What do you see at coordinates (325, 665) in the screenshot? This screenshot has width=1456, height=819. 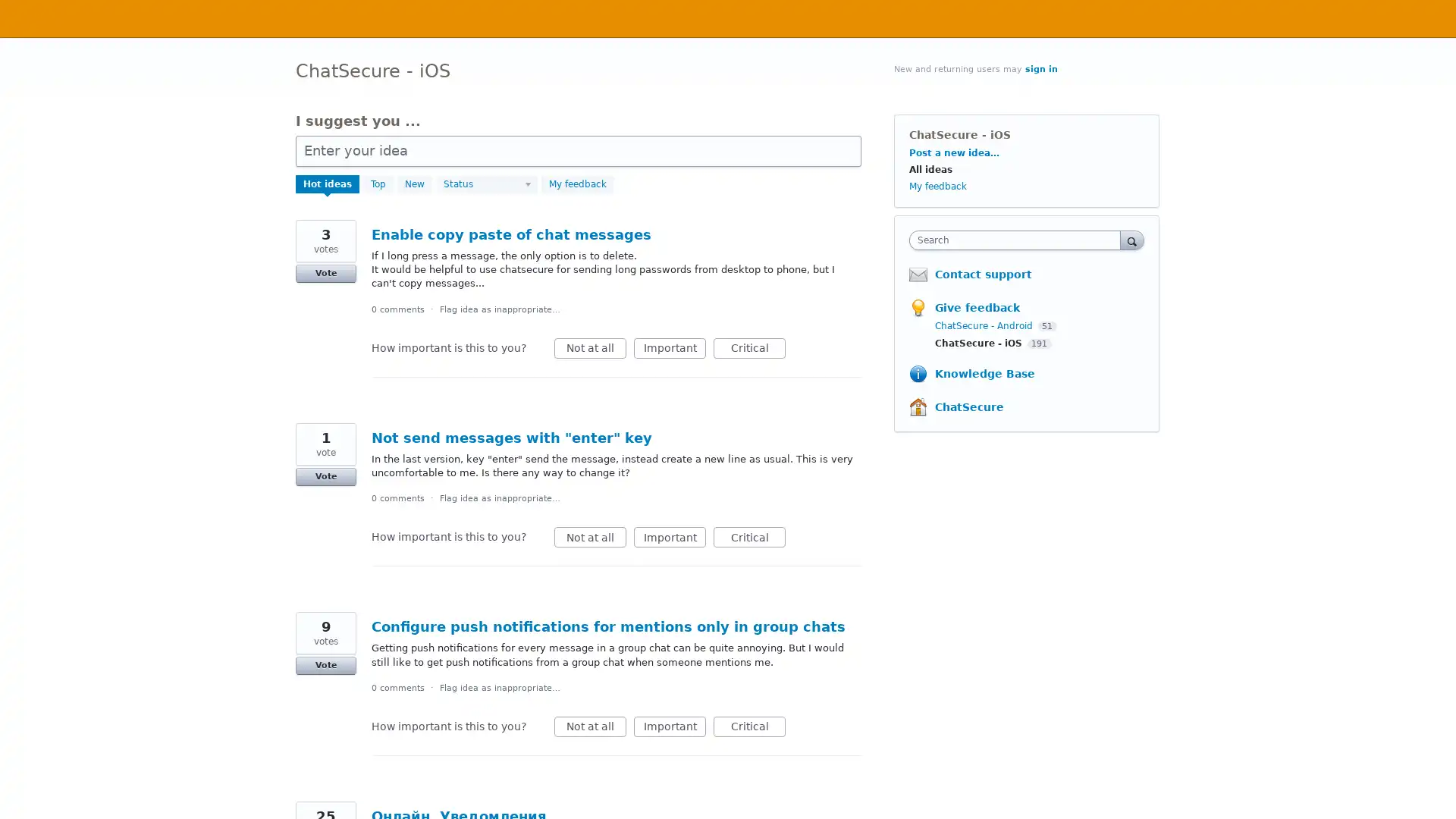 I see `Vote` at bounding box center [325, 665].